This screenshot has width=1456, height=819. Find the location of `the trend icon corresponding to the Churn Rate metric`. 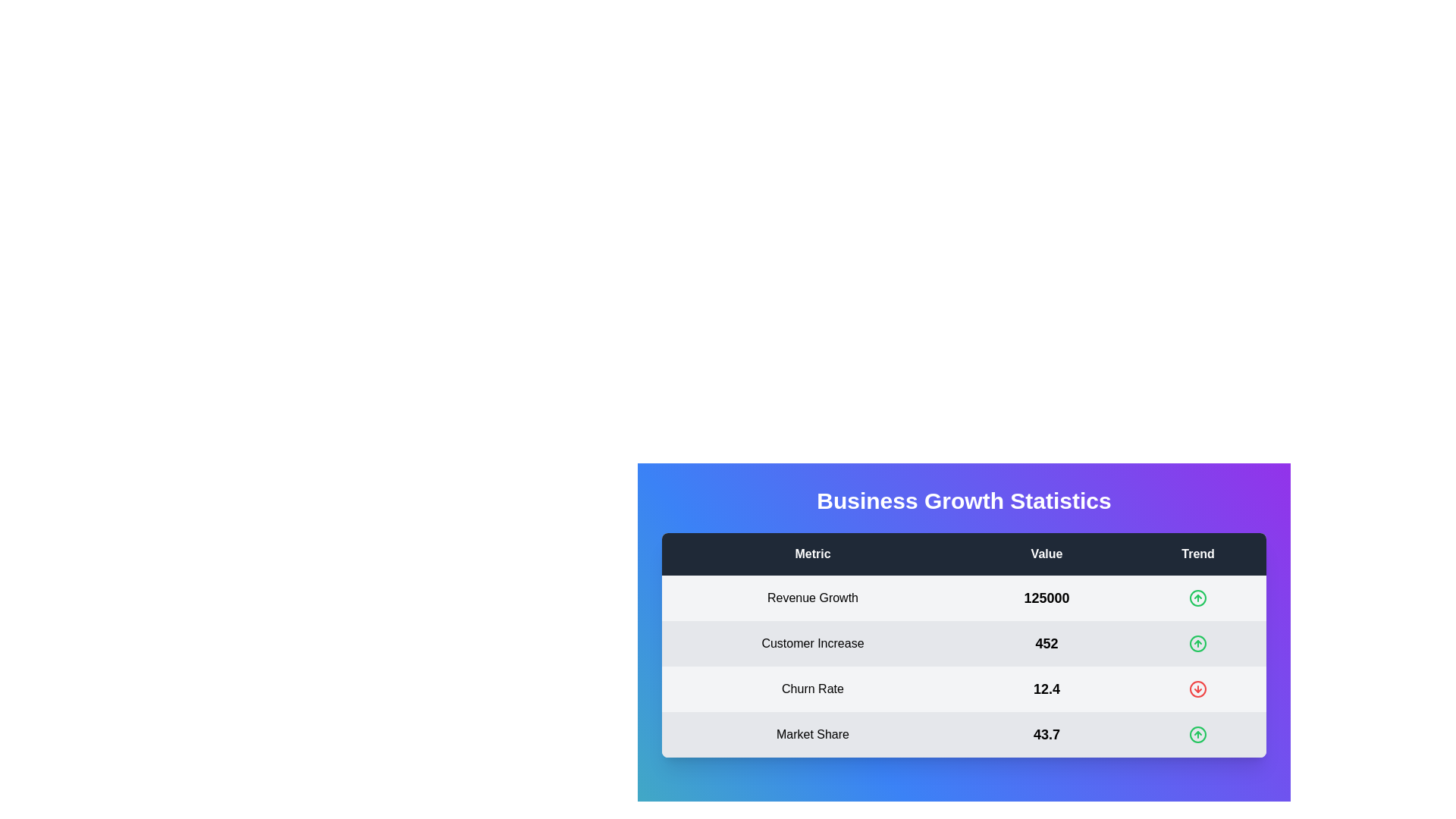

the trend icon corresponding to the Churn Rate metric is located at coordinates (1197, 689).